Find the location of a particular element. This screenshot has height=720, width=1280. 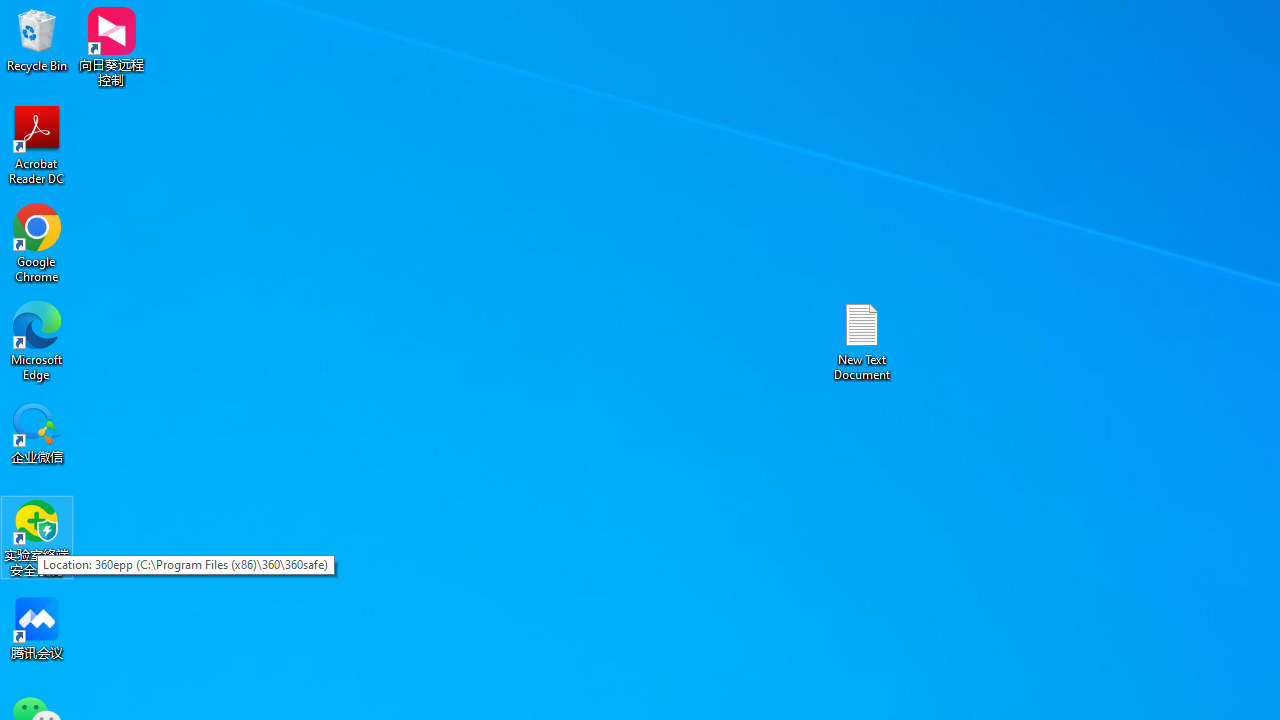

'Google Chrome' is located at coordinates (37, 242).